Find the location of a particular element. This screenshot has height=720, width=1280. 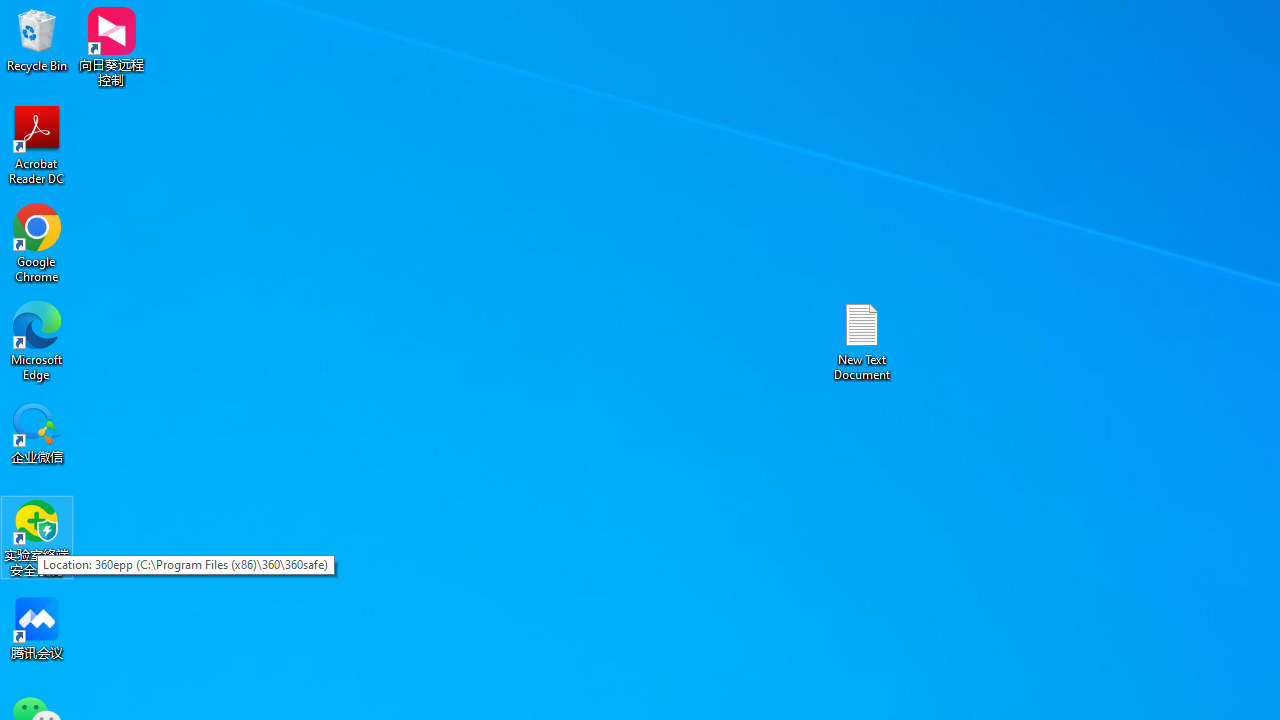

'Google Chrome' is located at coordinates (37, 242).